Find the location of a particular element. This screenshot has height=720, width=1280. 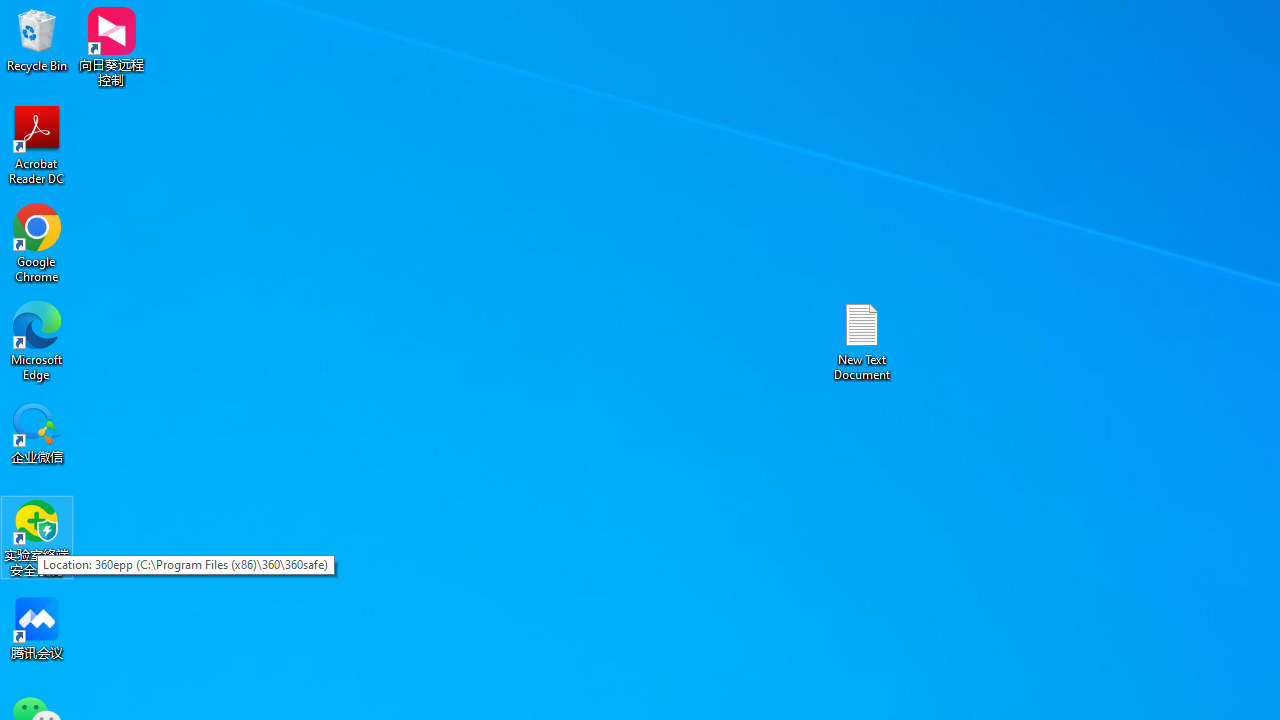

'Google Chrome' is located at coordinates (37, 242).